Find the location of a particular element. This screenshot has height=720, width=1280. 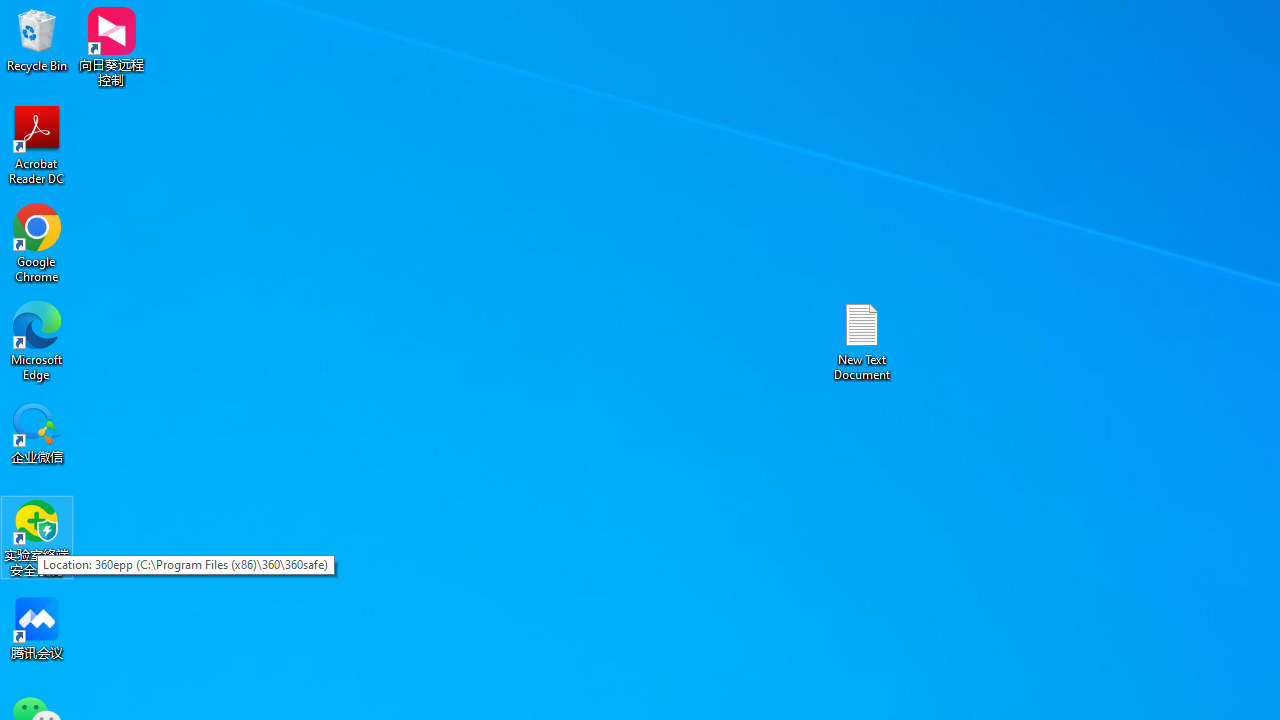

'Google Chrome' is located at coordinates (37, 242).